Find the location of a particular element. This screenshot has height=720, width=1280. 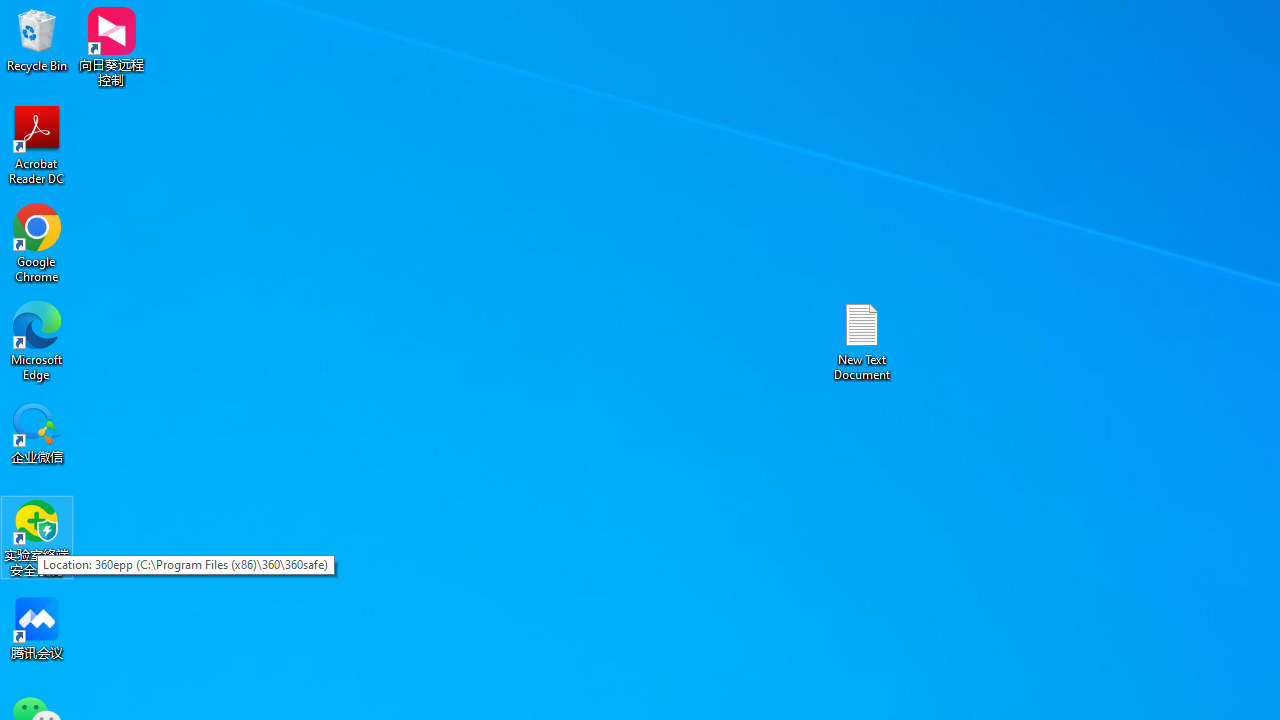

'Google Chrome' is located at coordinates (37, 242).